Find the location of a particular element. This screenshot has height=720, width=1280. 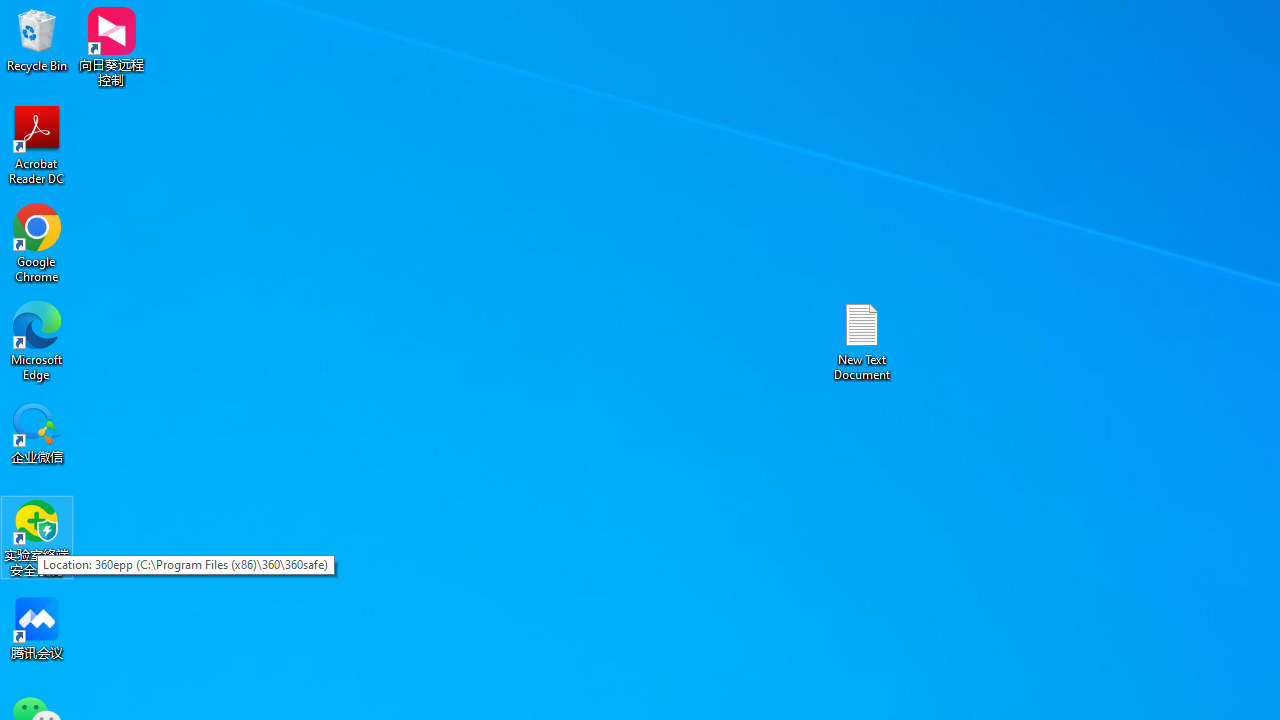

'Google Chrome' is located at coordinates (37, 242).